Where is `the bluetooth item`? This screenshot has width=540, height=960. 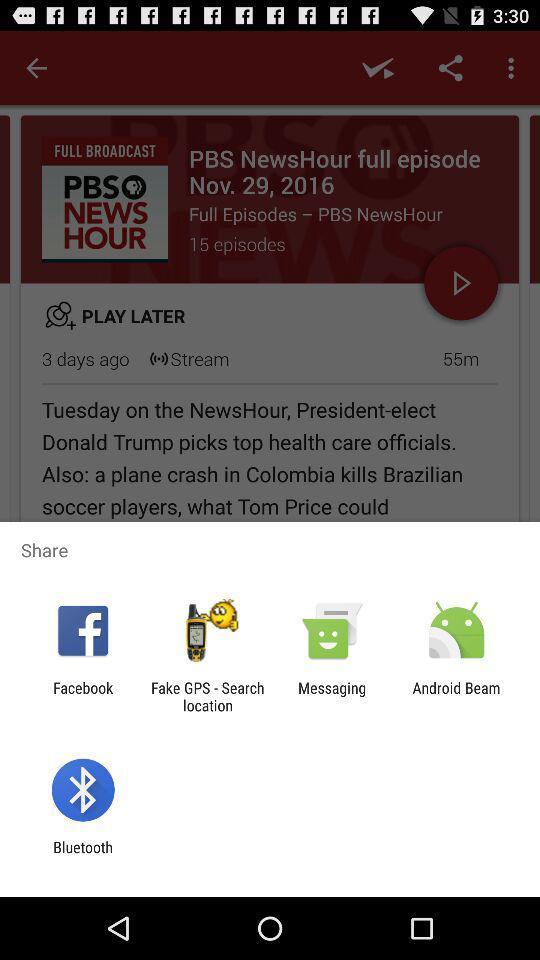 the bluetooth item is located at coordinates (82, 855).